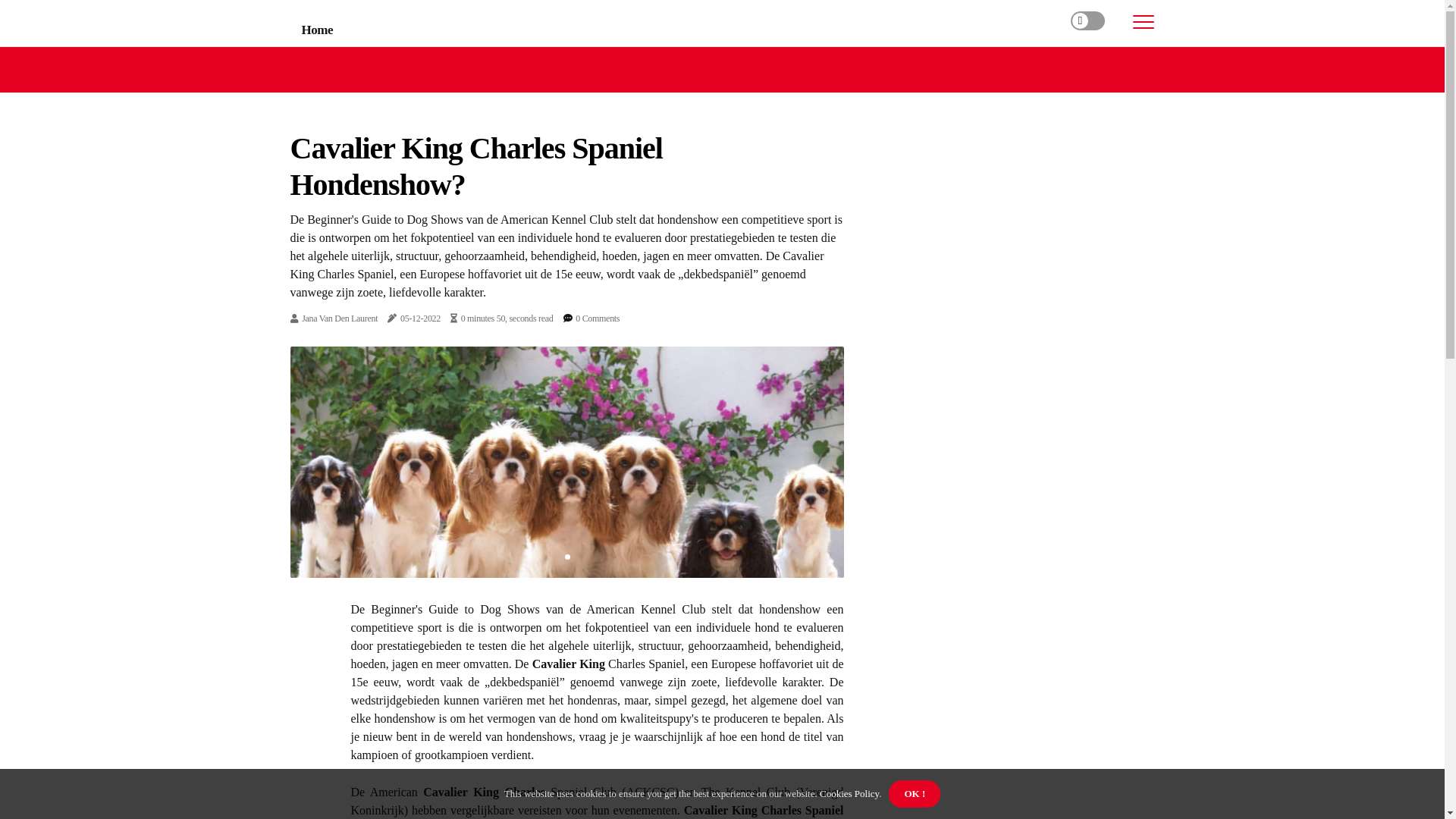  What do you see at coordinates (338, 318) in the screenshot?
I see `'Jana Van Den Laurent'` at bounding box center [338, 318].